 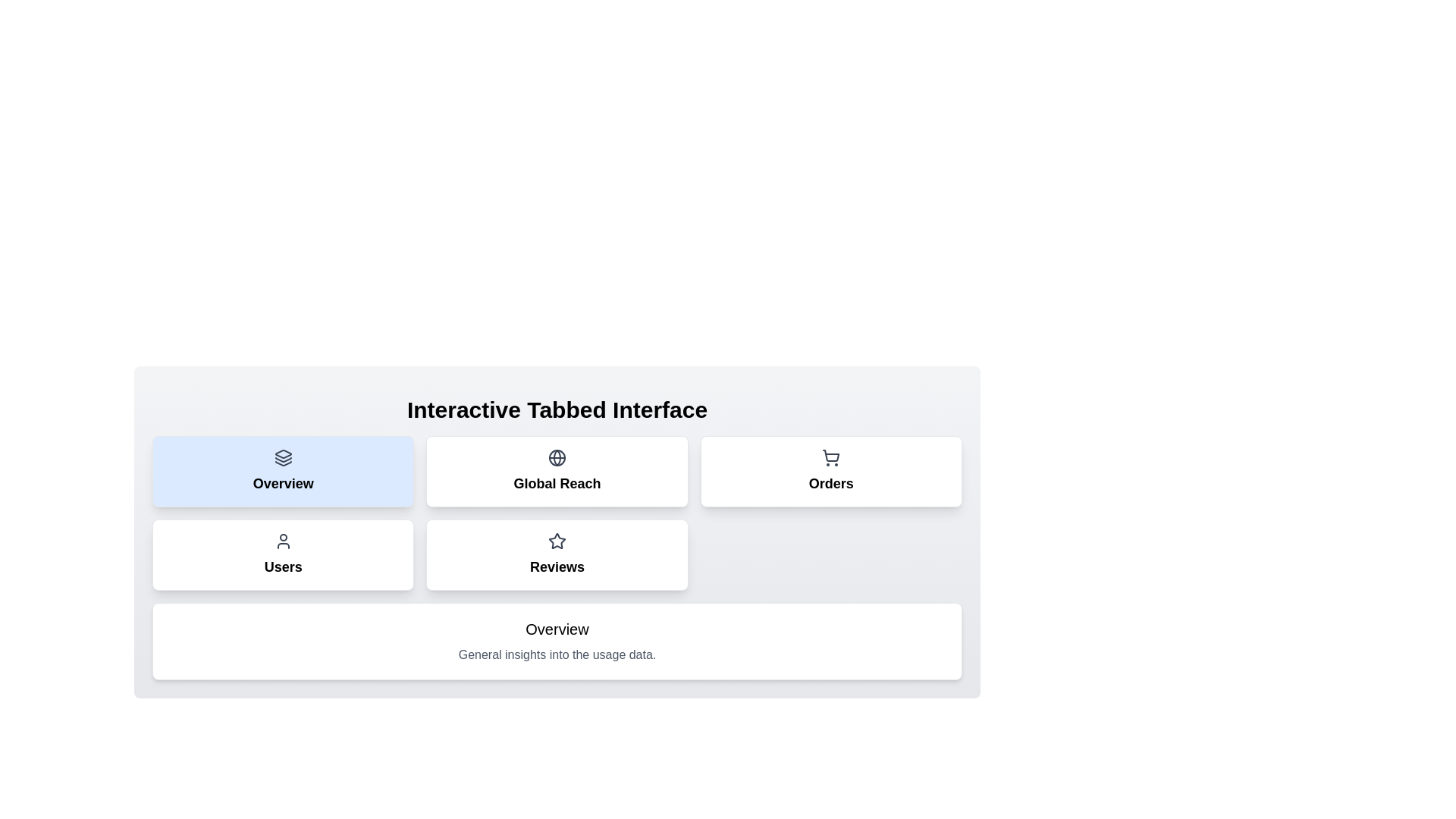 I want to click on the tab labeled Global Reach, so click(x=556, y=470).